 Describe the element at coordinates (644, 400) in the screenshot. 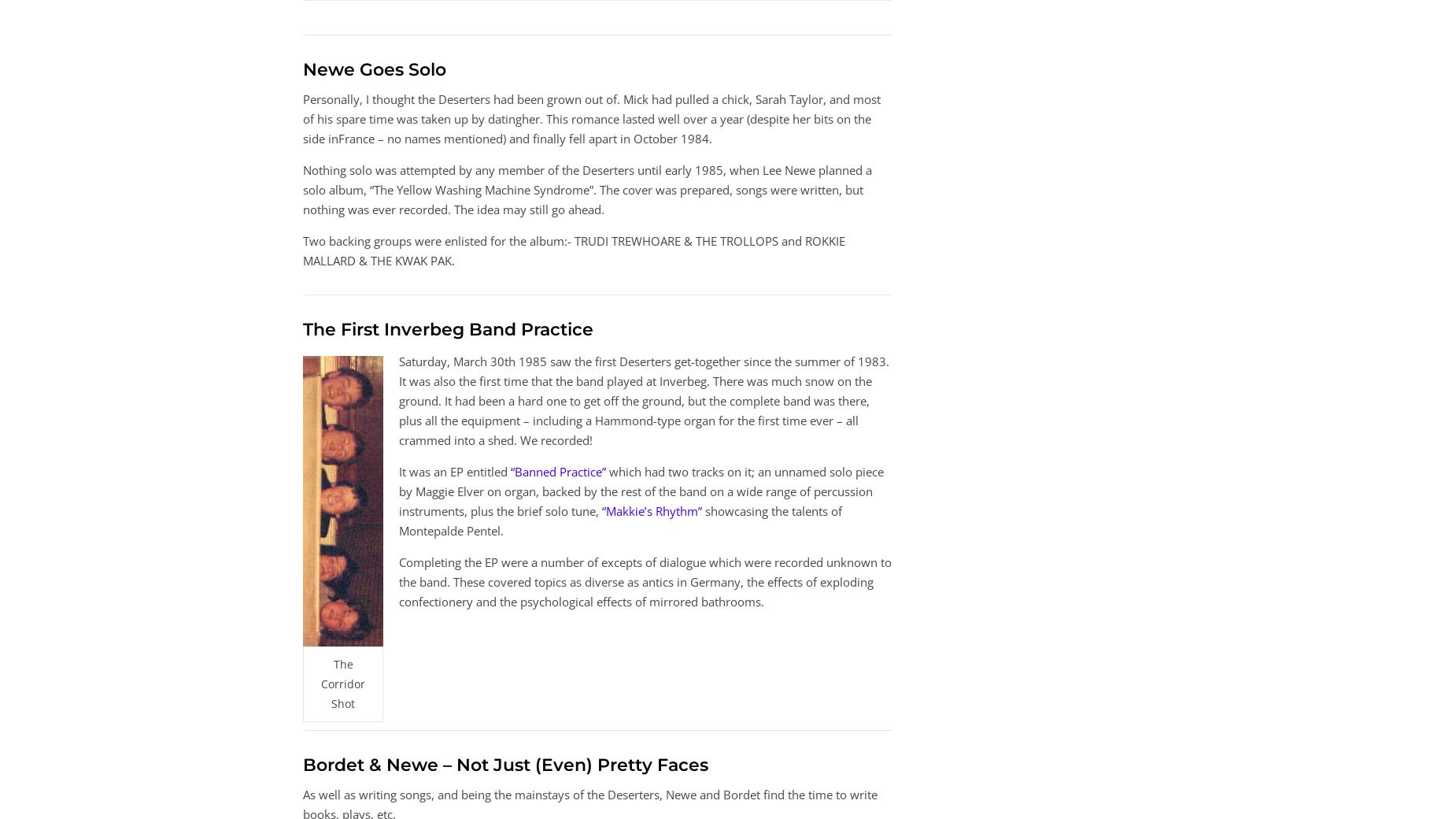

I see `'Saturday, March 30th 1985 saw the first Deserters get-together since the summer of 1983. It was also the first time that the band played at Inverbeg. There was much snow on the ground. It had been a hard one to get off the ground, but the complete band was there, plus all the equipment – including a Hammond-type organ for the first time ever – all crammed into a shed. We recorded!'` at that location.